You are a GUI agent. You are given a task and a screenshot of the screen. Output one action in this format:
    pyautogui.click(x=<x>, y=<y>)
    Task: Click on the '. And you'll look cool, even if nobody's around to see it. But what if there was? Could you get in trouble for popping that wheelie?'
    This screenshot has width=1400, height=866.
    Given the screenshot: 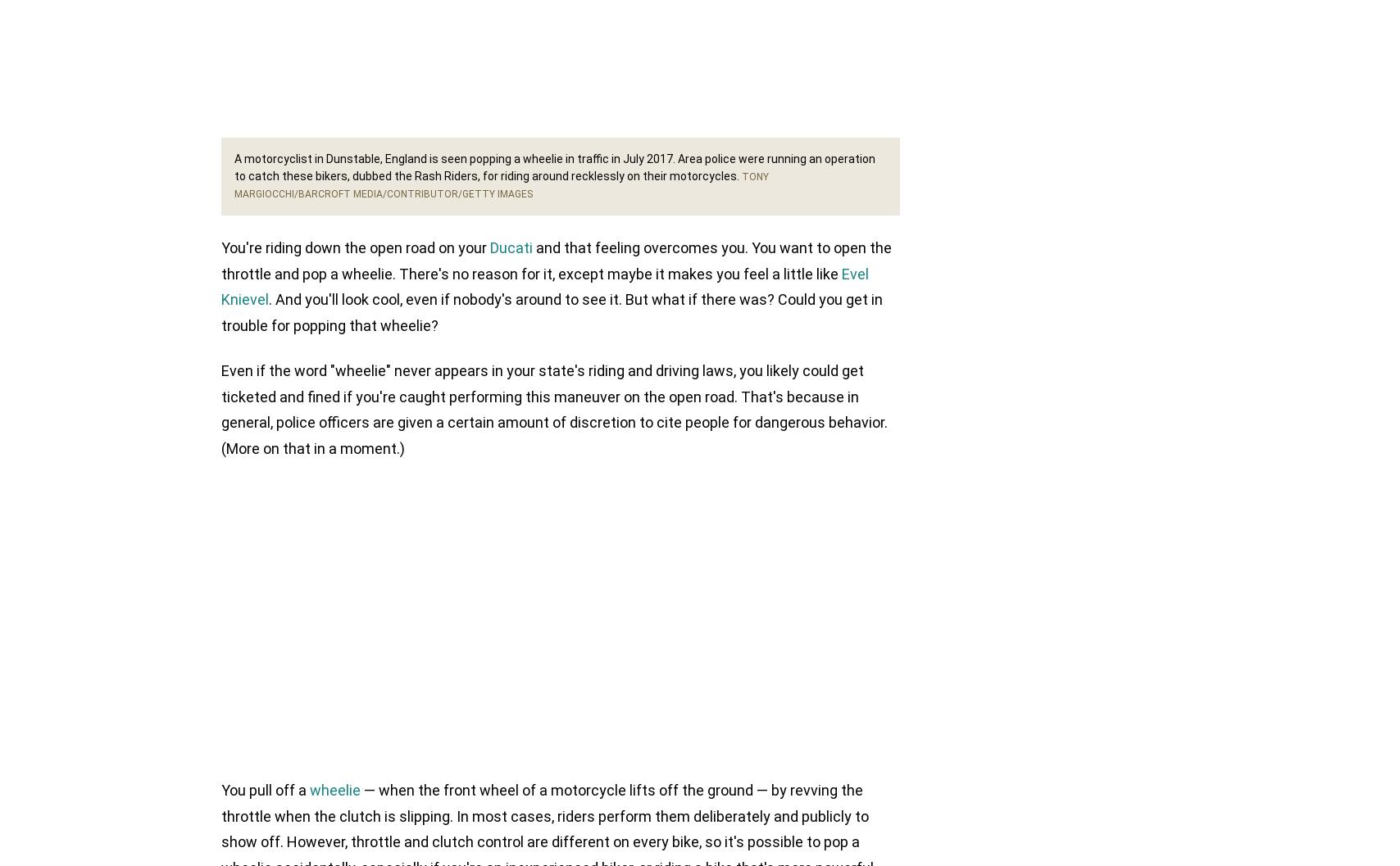 What is the action you would take?
    pyautogui.click(x=552, y=311)
    